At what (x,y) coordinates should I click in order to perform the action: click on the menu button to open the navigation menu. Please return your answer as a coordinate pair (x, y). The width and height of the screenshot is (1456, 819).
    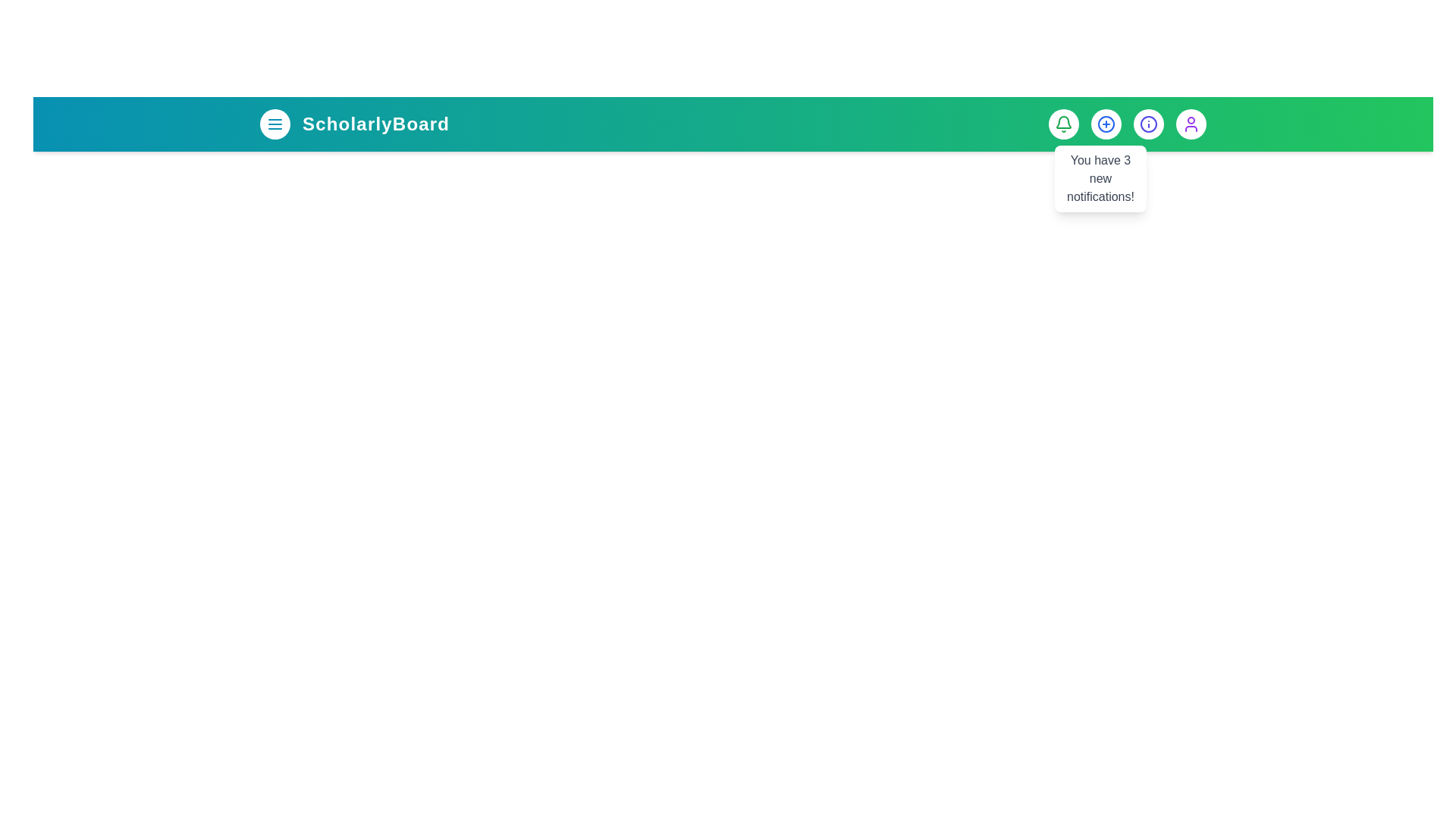
    Looking at the image, I should click on (275, 124).